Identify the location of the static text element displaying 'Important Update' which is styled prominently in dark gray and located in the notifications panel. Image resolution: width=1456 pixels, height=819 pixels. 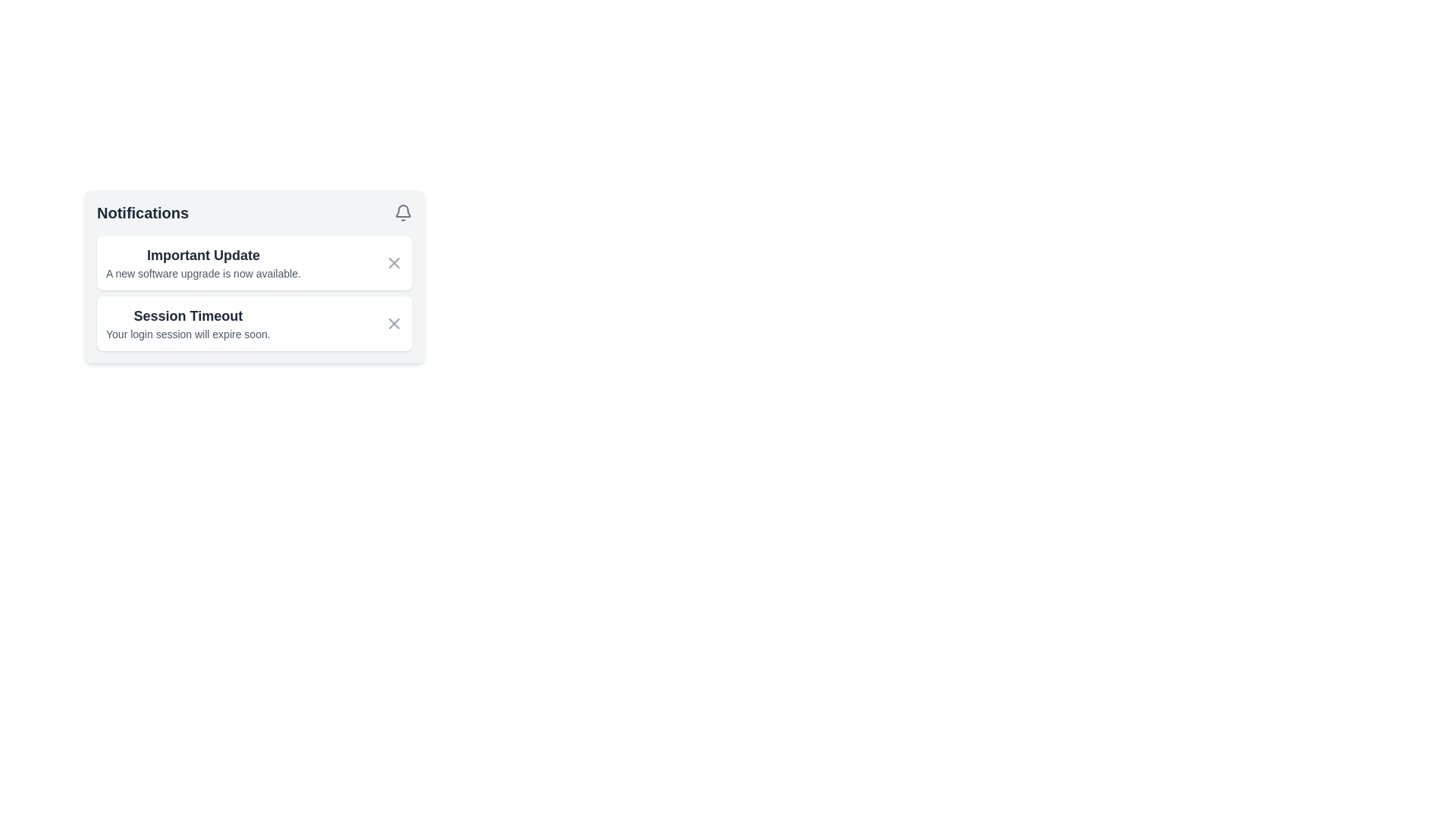
(202, 254).